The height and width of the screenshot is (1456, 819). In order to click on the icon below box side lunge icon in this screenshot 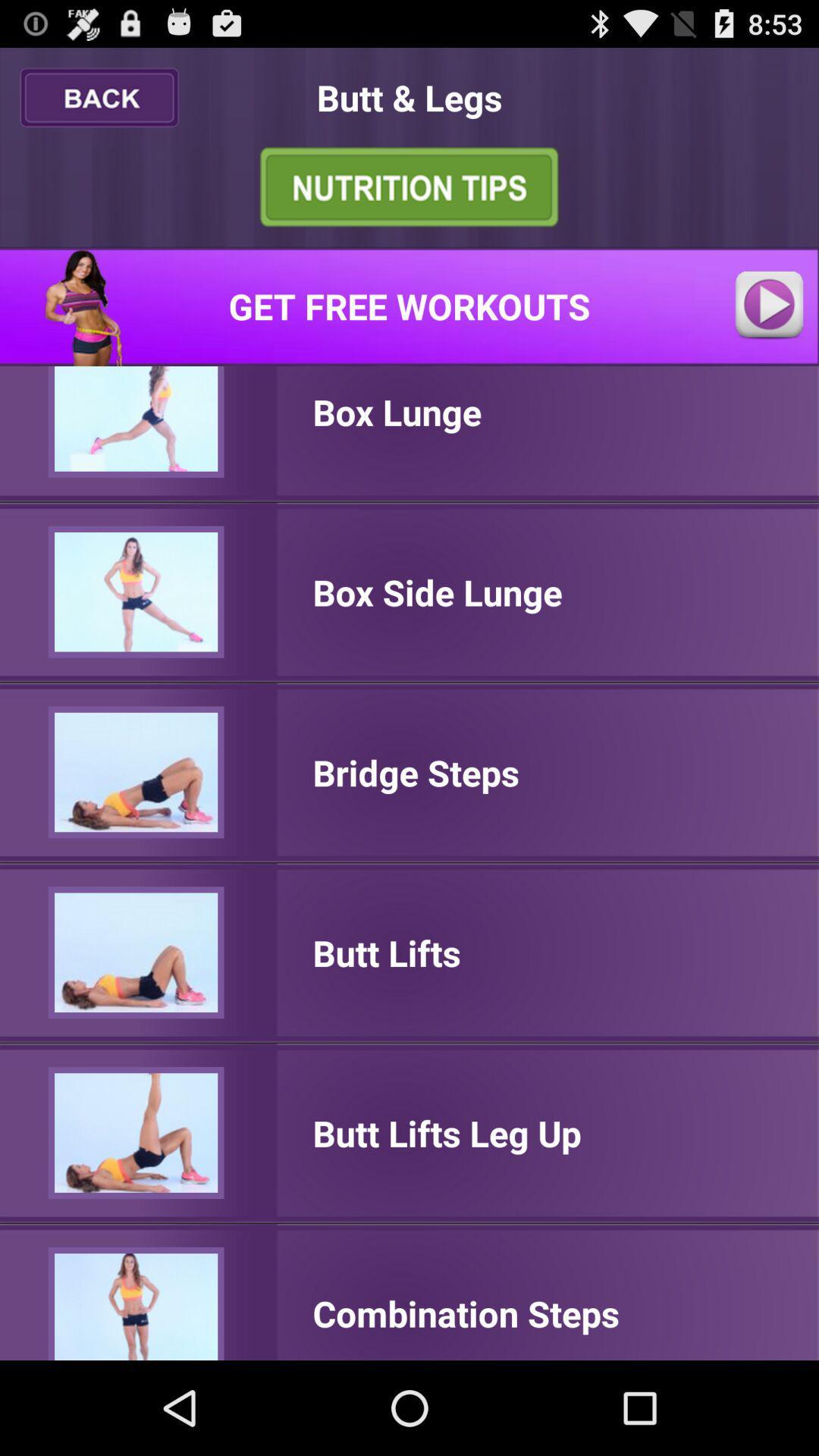, I will do `click(416, 772)`.